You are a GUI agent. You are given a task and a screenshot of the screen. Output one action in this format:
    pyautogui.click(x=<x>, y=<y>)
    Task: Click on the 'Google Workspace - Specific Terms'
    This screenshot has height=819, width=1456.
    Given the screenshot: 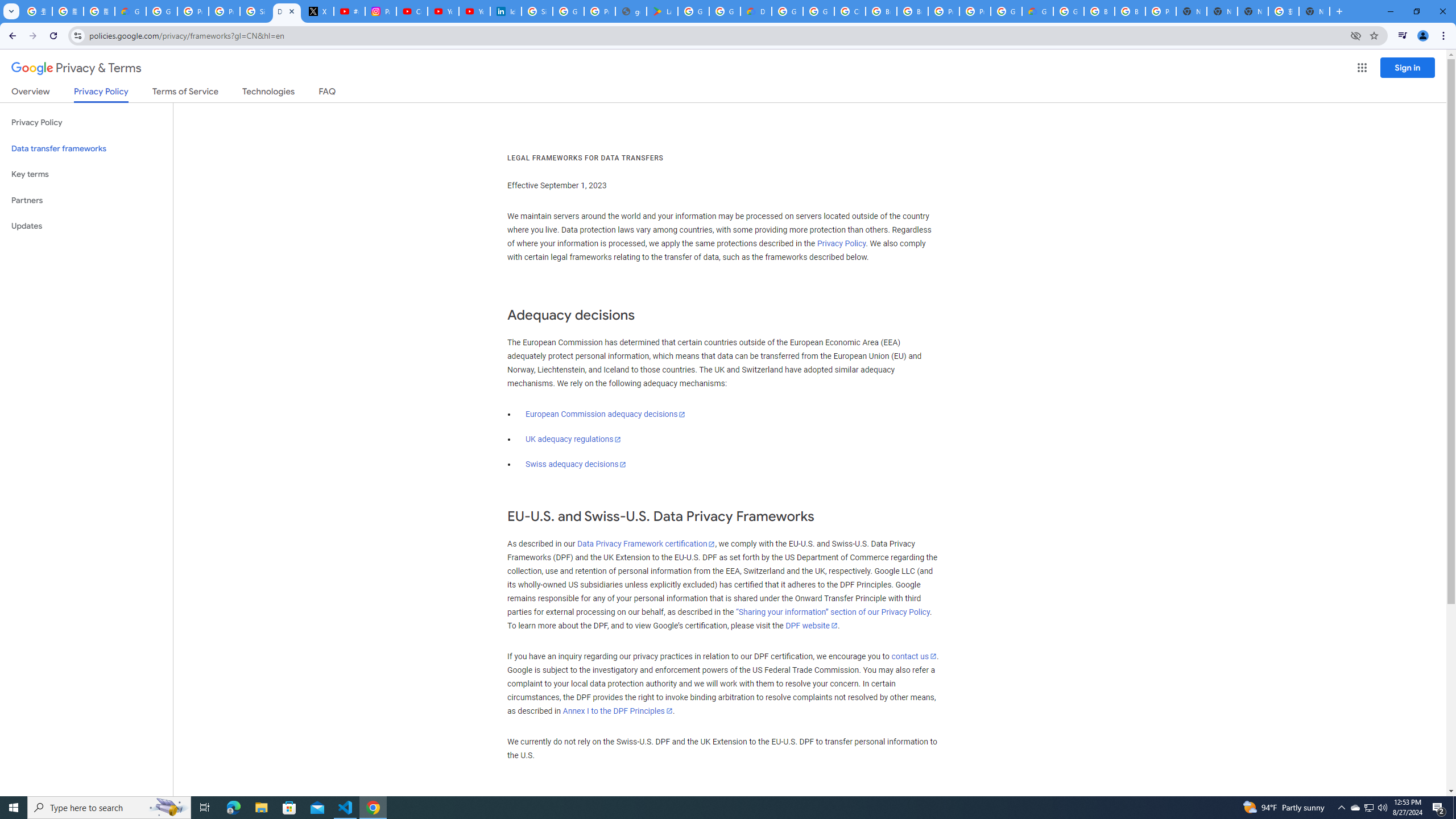 What is the action you would take?
    pyautogui.click(x=724, y=11)
    